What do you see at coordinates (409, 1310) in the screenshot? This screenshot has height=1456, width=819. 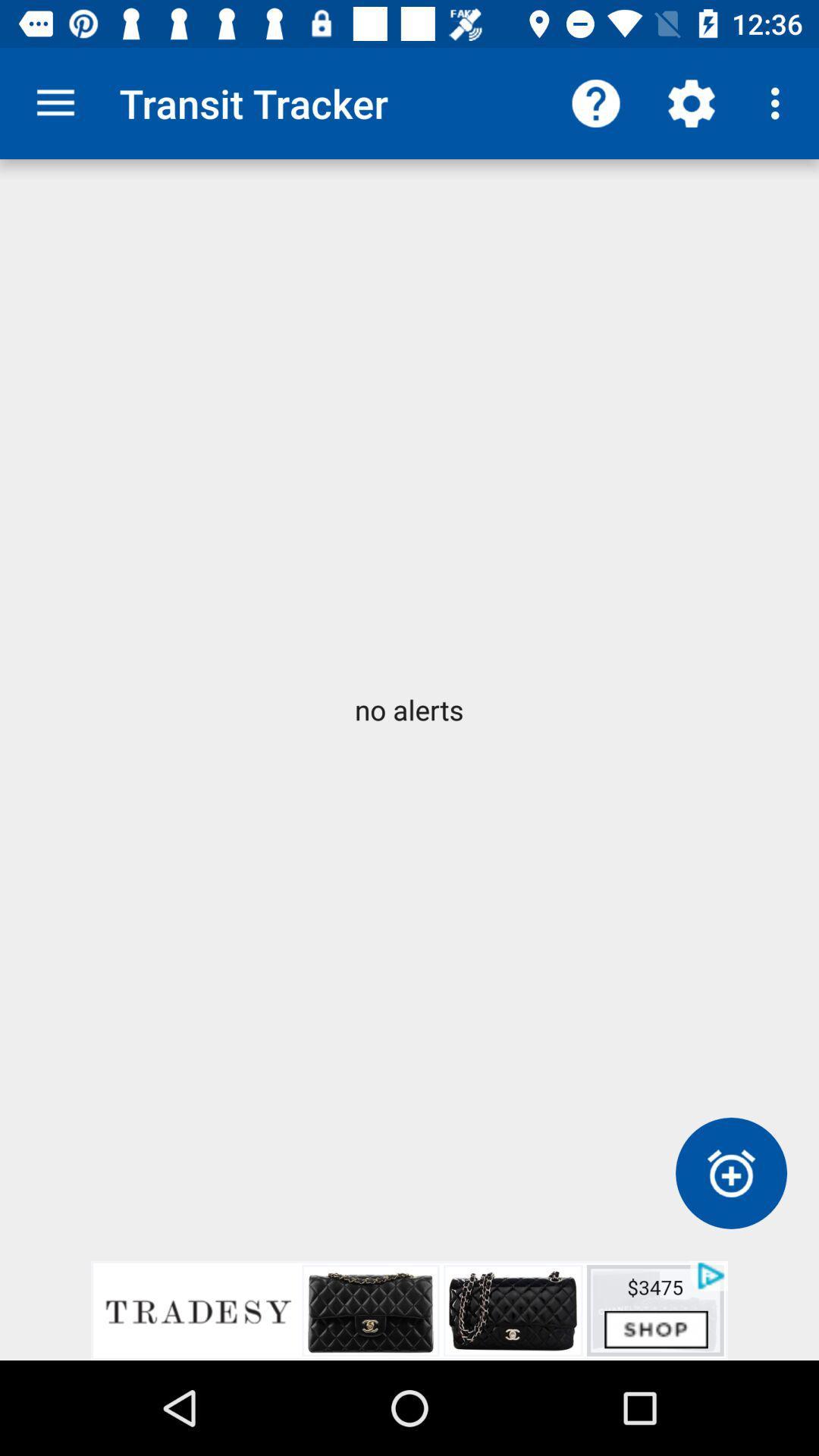 I see `advertisement` at bounding box center [409, 1310].